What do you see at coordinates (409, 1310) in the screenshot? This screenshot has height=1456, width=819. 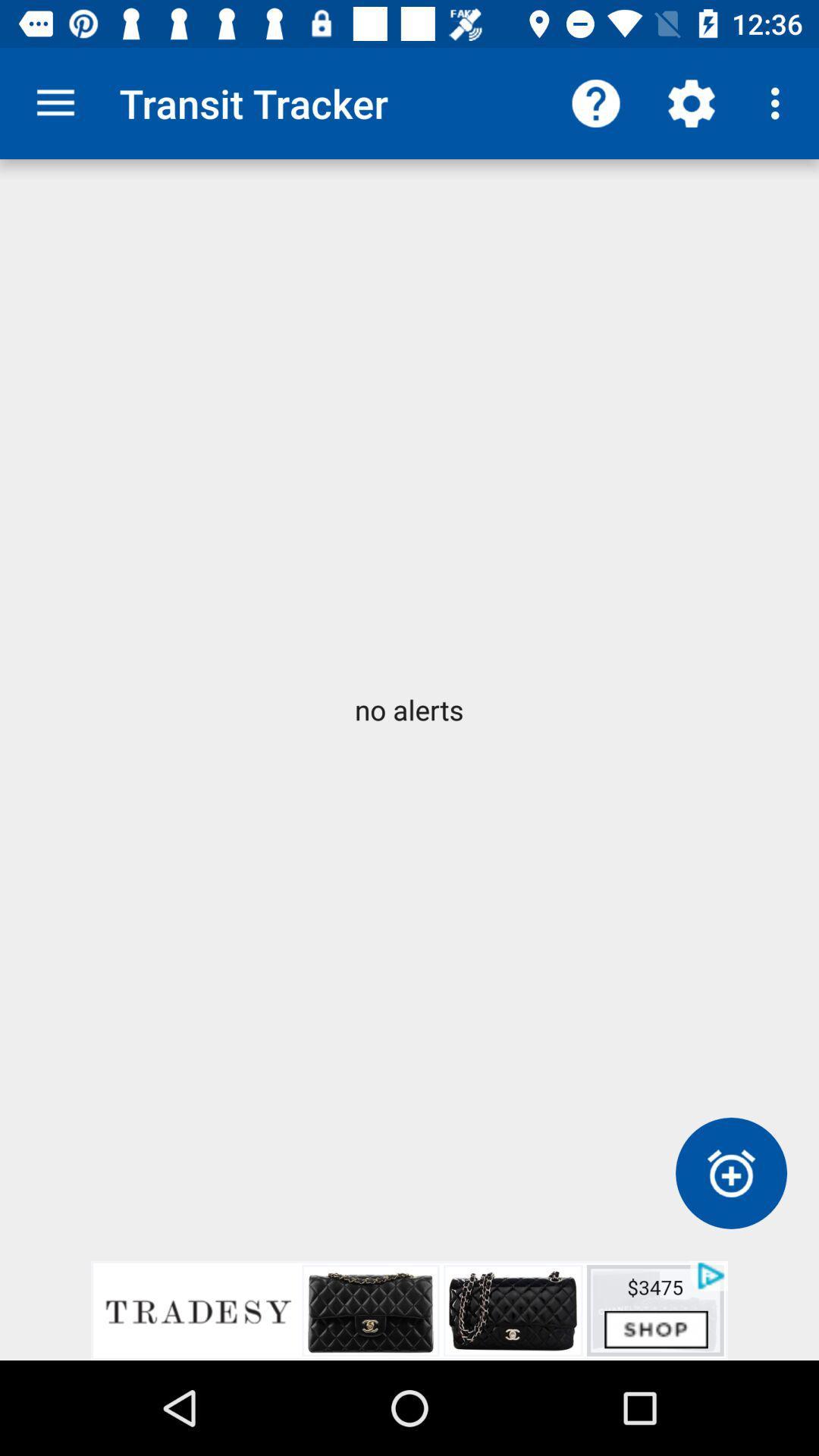 I see `advertisement` at bounding box center [409, 1310].